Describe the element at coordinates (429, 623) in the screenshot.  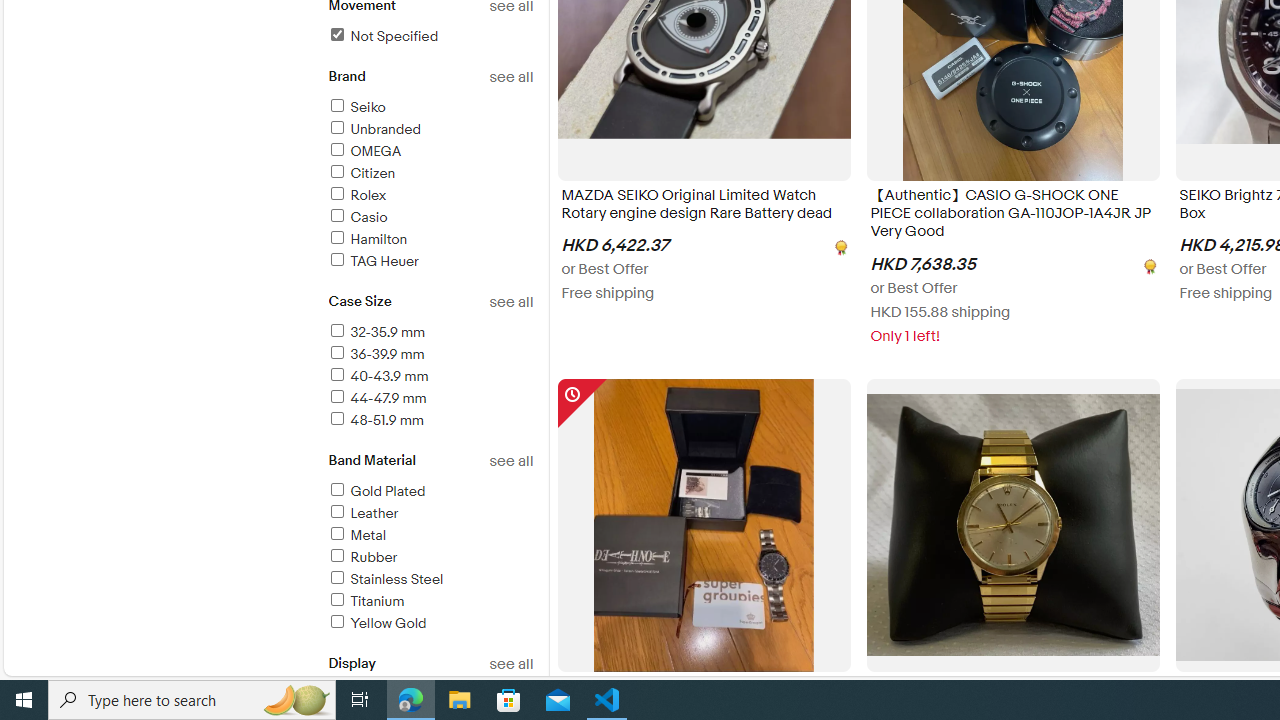
I see `'Yellow Gold'` at that location.